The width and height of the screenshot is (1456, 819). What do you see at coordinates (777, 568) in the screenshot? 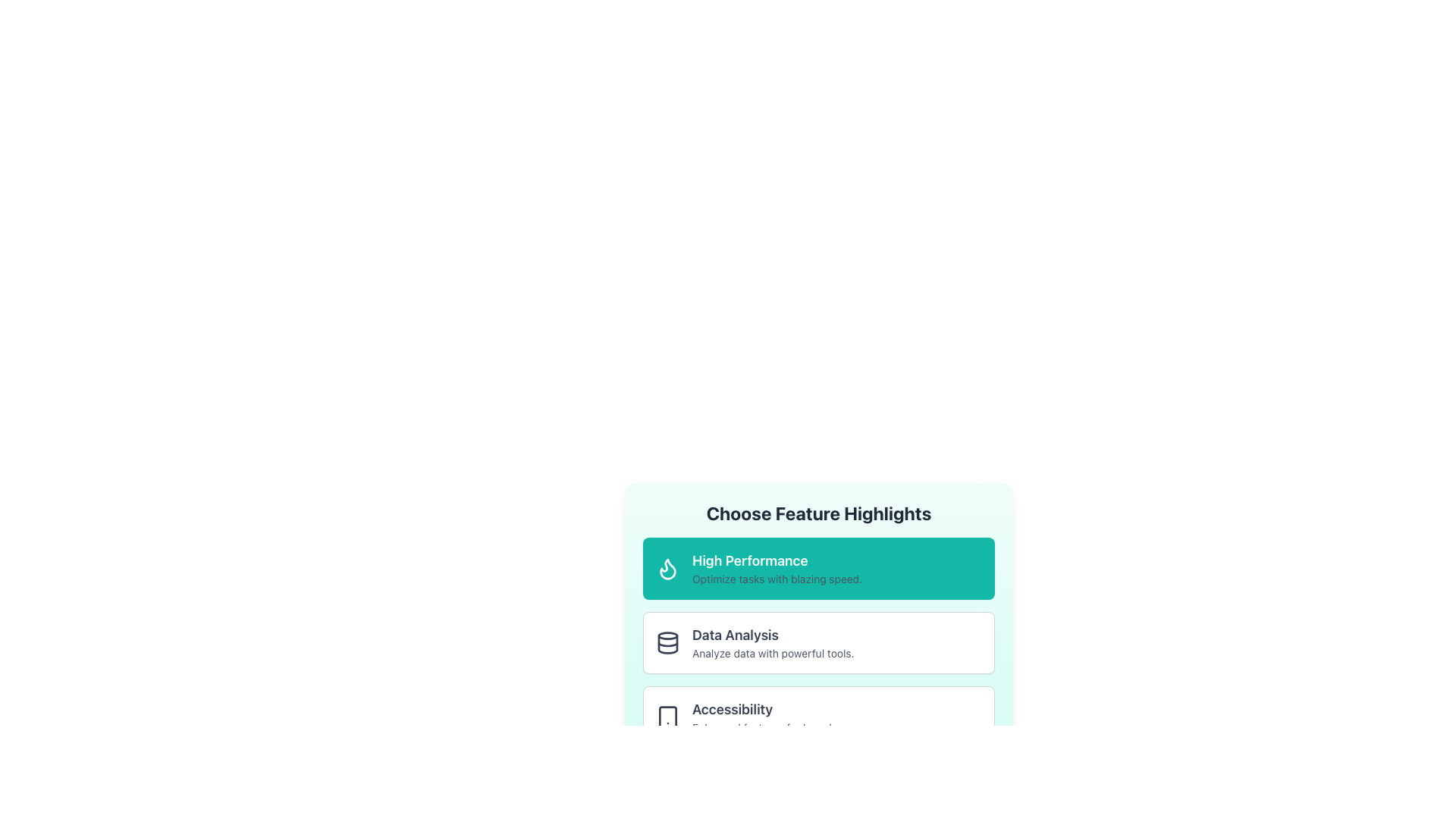
I see `informational text block describing the feature 'High Performance' located within a teal card near the top of the vertical stack of cards` at bounding box center [777, 568].